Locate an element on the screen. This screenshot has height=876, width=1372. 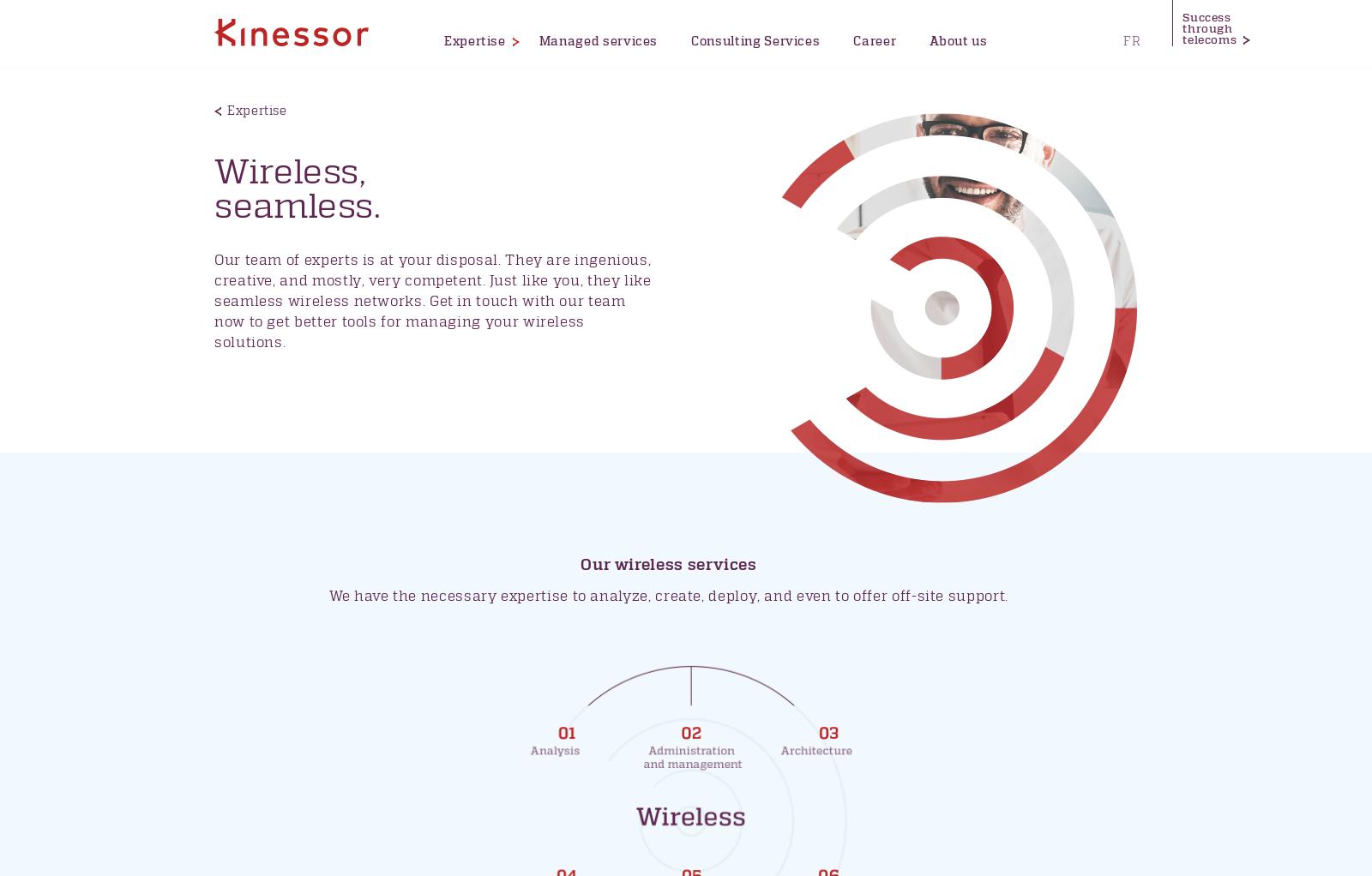
'Career' is located at coordinates (874, 41).